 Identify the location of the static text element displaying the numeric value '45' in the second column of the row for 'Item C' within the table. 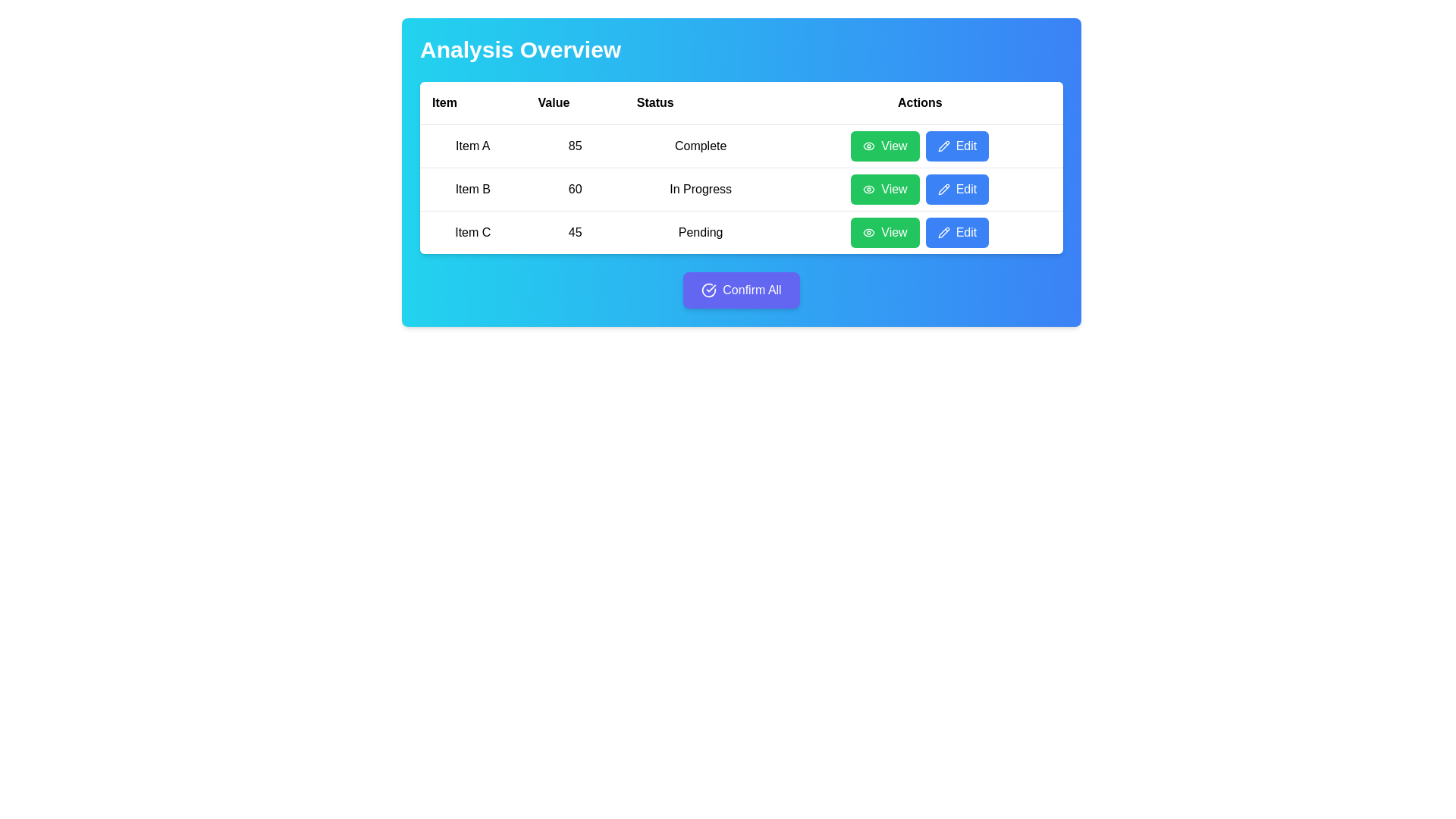
(574, 232).